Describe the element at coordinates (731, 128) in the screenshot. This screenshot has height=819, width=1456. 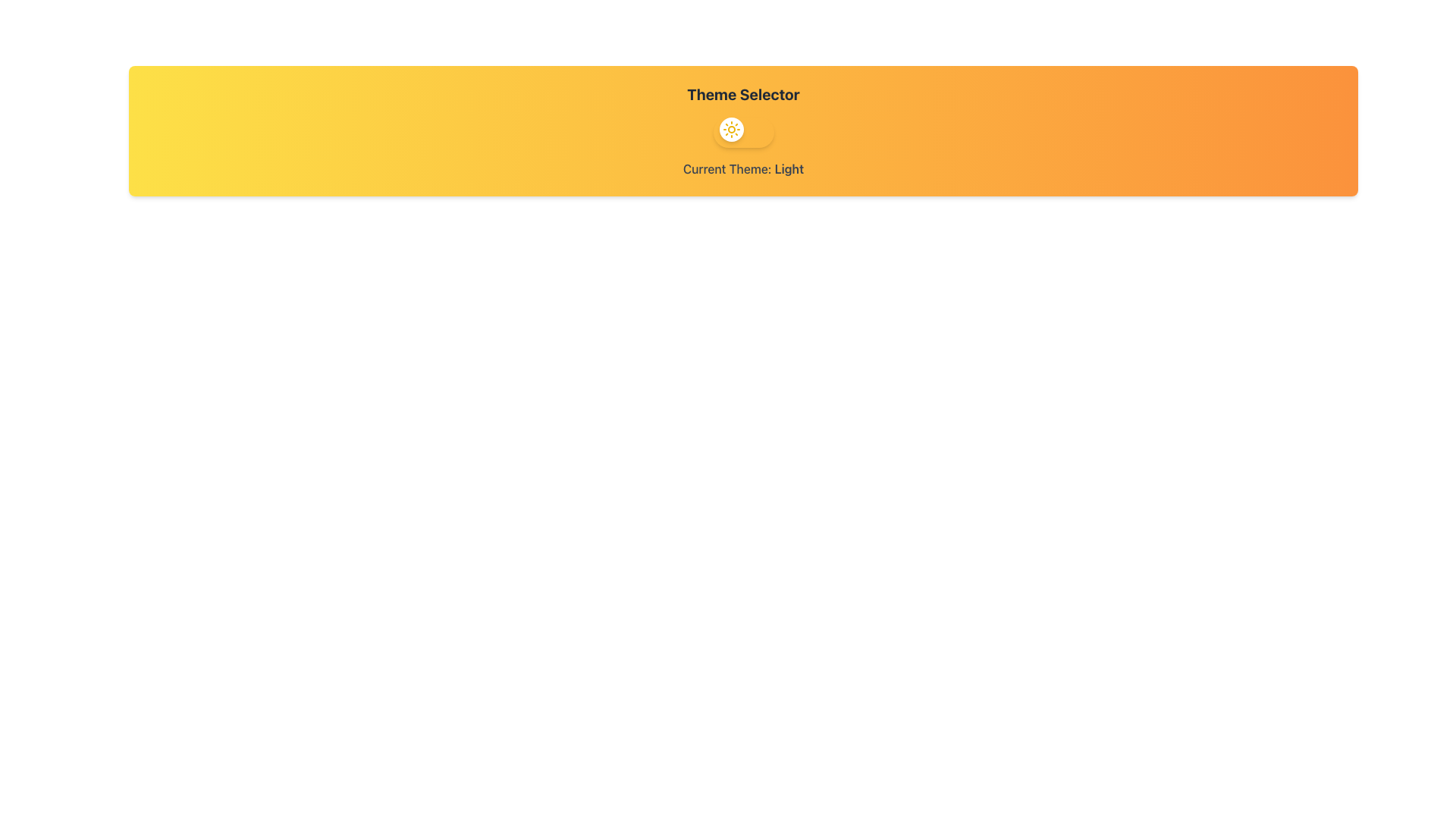
I see `the circular button toggle handler located near the left side of the toggle switch` at that location.